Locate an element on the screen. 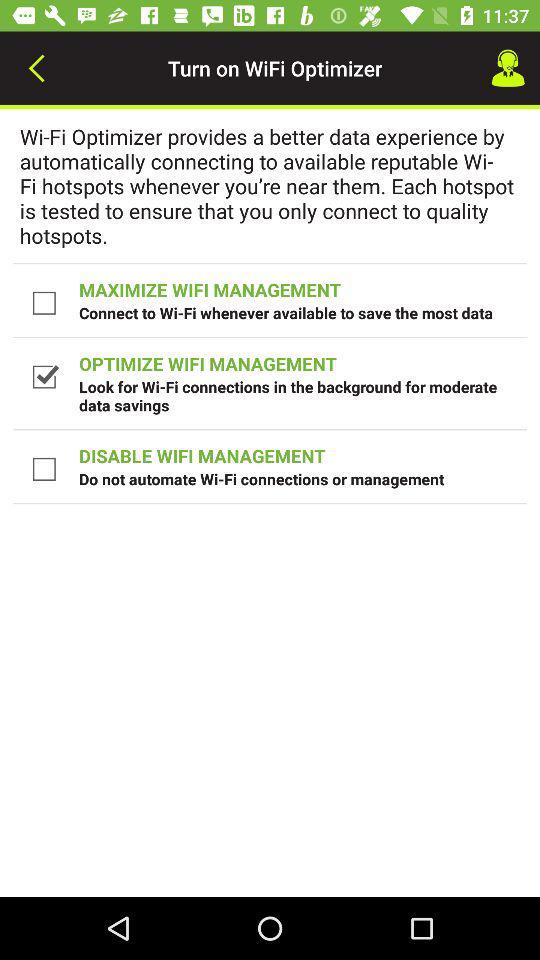 This screenshot has height=960, width=540. icon at the top right corner is located at coordinates (508, 68).